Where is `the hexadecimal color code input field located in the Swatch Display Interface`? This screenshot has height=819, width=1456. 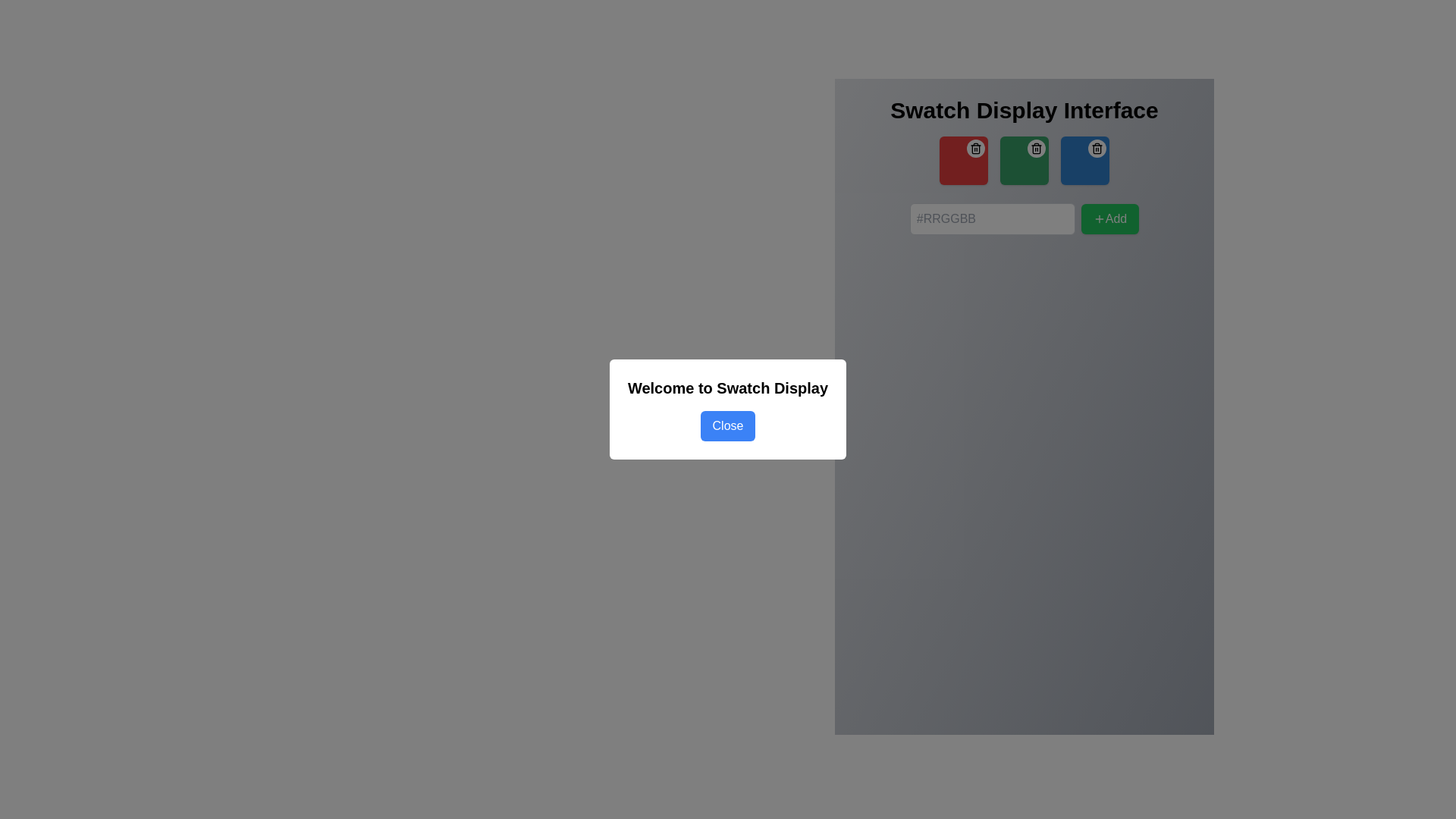
the hexadecimal color code input field located in the Swatch Display Interface is located at coordinates (992, 219).